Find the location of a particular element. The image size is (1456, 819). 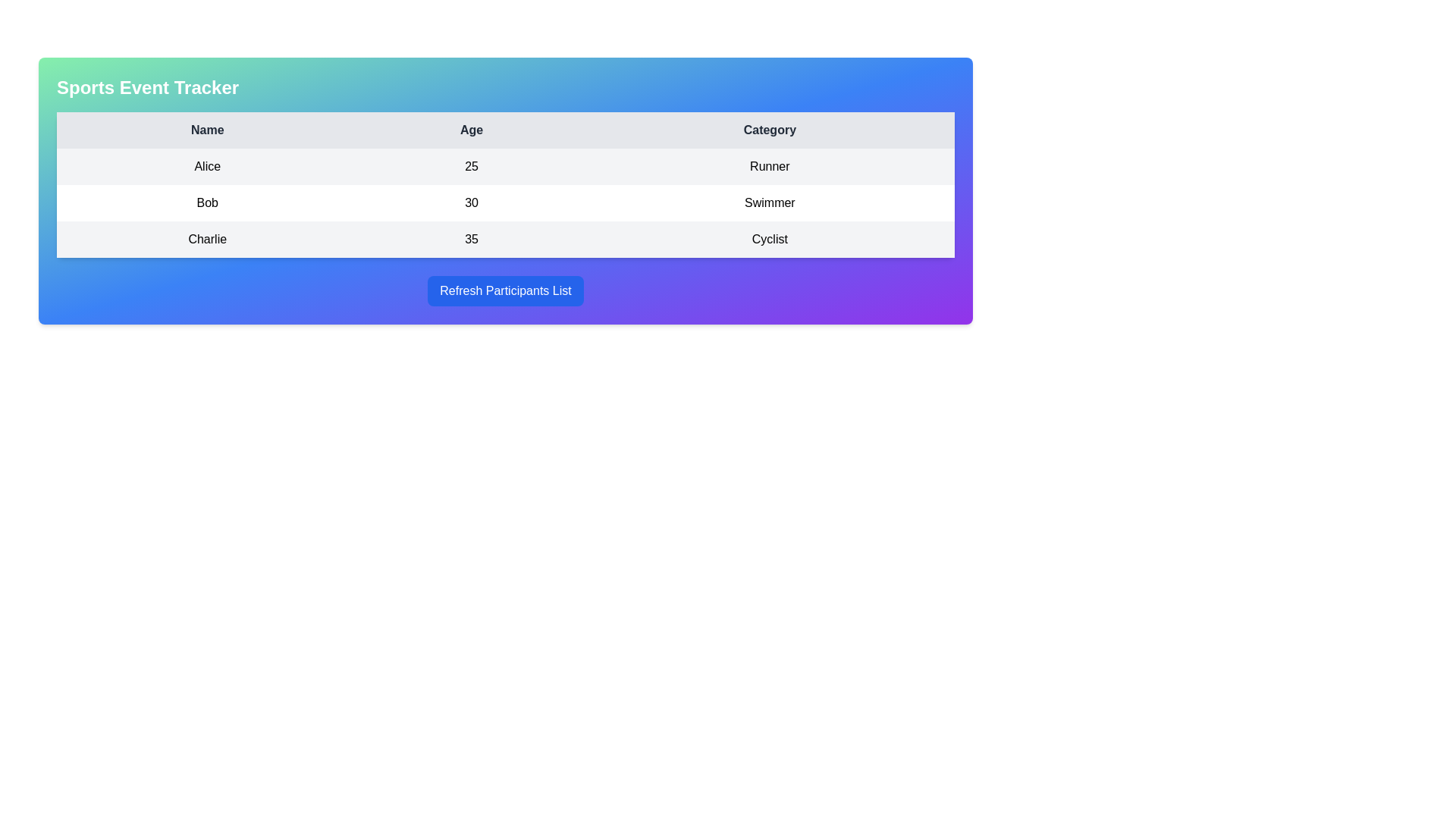

the role of the 'Name' column header is located at coordinates (206, 130).